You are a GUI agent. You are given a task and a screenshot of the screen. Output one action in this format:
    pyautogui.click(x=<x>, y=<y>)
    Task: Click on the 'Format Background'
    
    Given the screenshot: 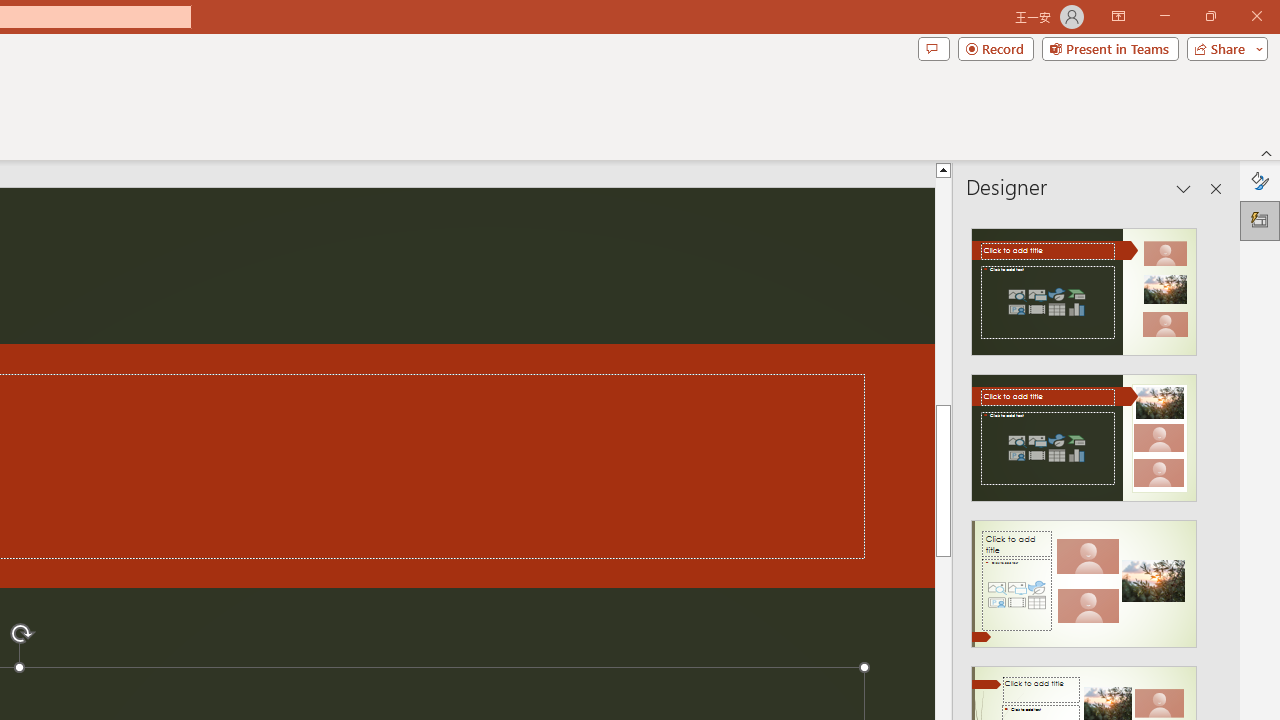 What is the action you would take?
    pyautogui.click(x=1259, y=181)
    